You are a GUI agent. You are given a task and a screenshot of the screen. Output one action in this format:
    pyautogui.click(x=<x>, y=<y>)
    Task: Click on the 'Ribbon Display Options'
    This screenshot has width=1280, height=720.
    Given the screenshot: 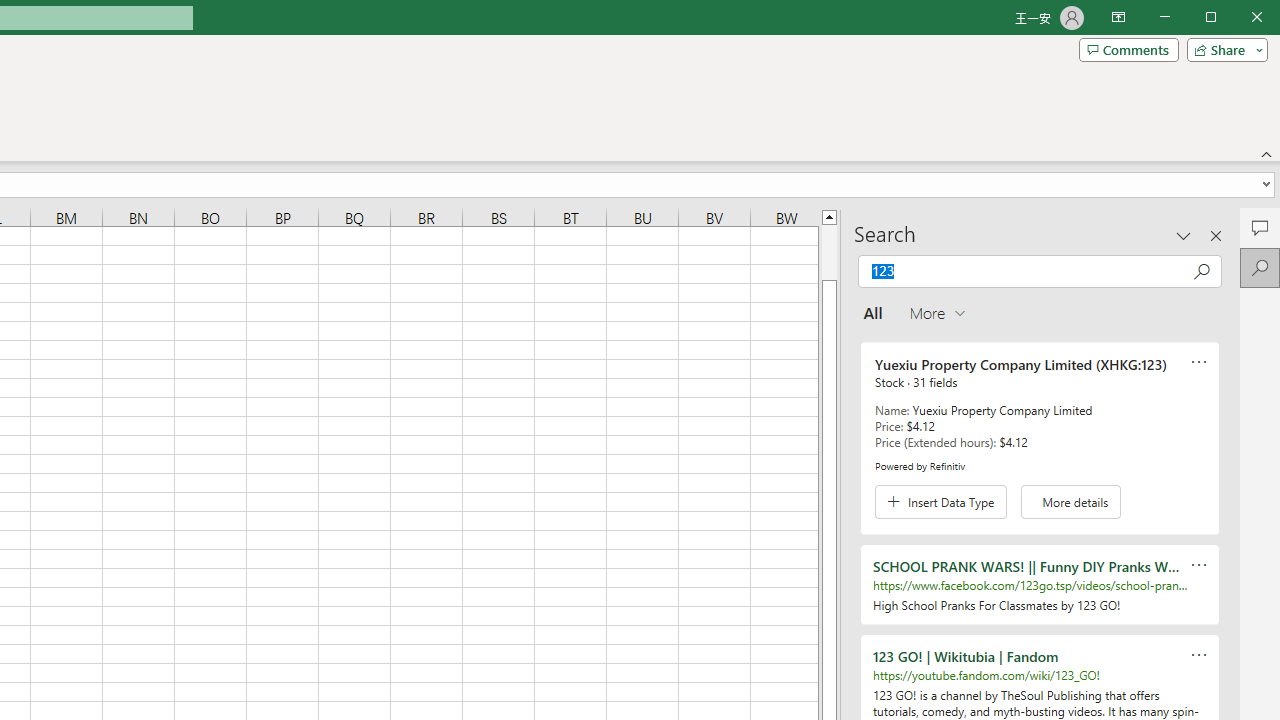 What is the action you would take?
    pyautogui.click(x=1117, y=18)
    